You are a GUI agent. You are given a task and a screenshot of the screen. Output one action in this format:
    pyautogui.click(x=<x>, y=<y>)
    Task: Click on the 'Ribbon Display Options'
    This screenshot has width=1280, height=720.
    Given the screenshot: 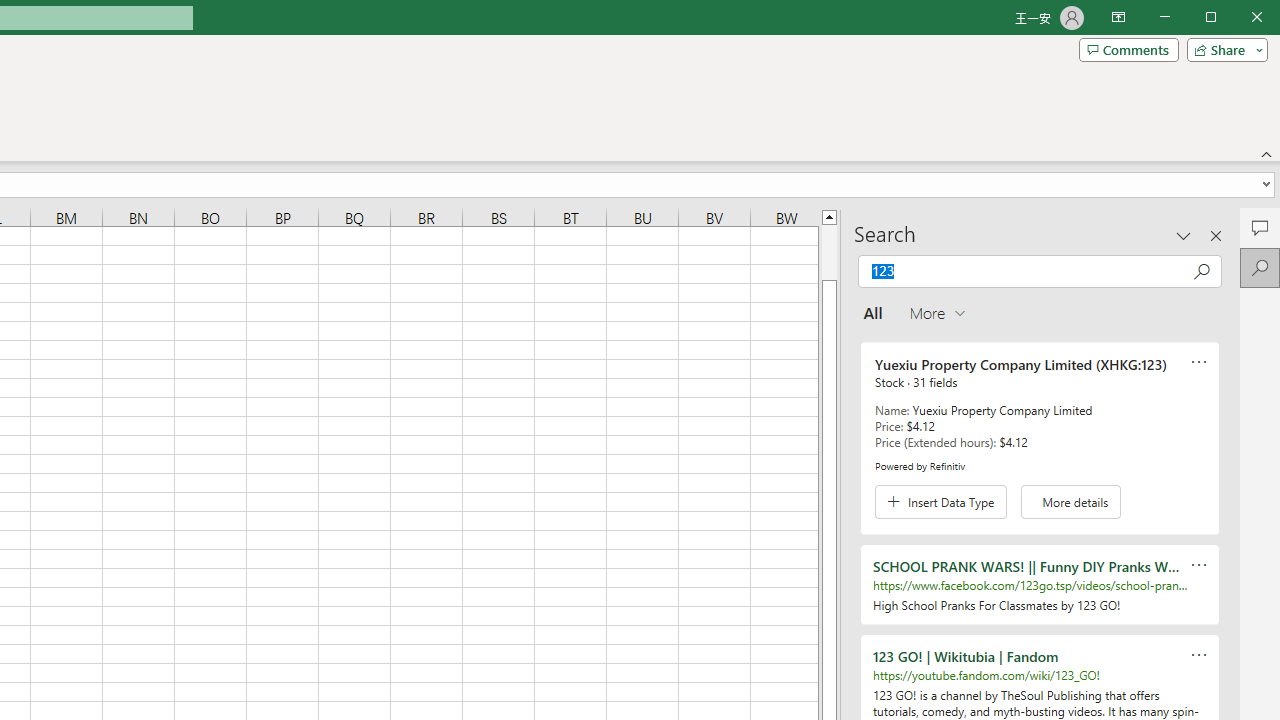 What is the action you would take?
    pyautogui.click(x=1117, y=18)
    